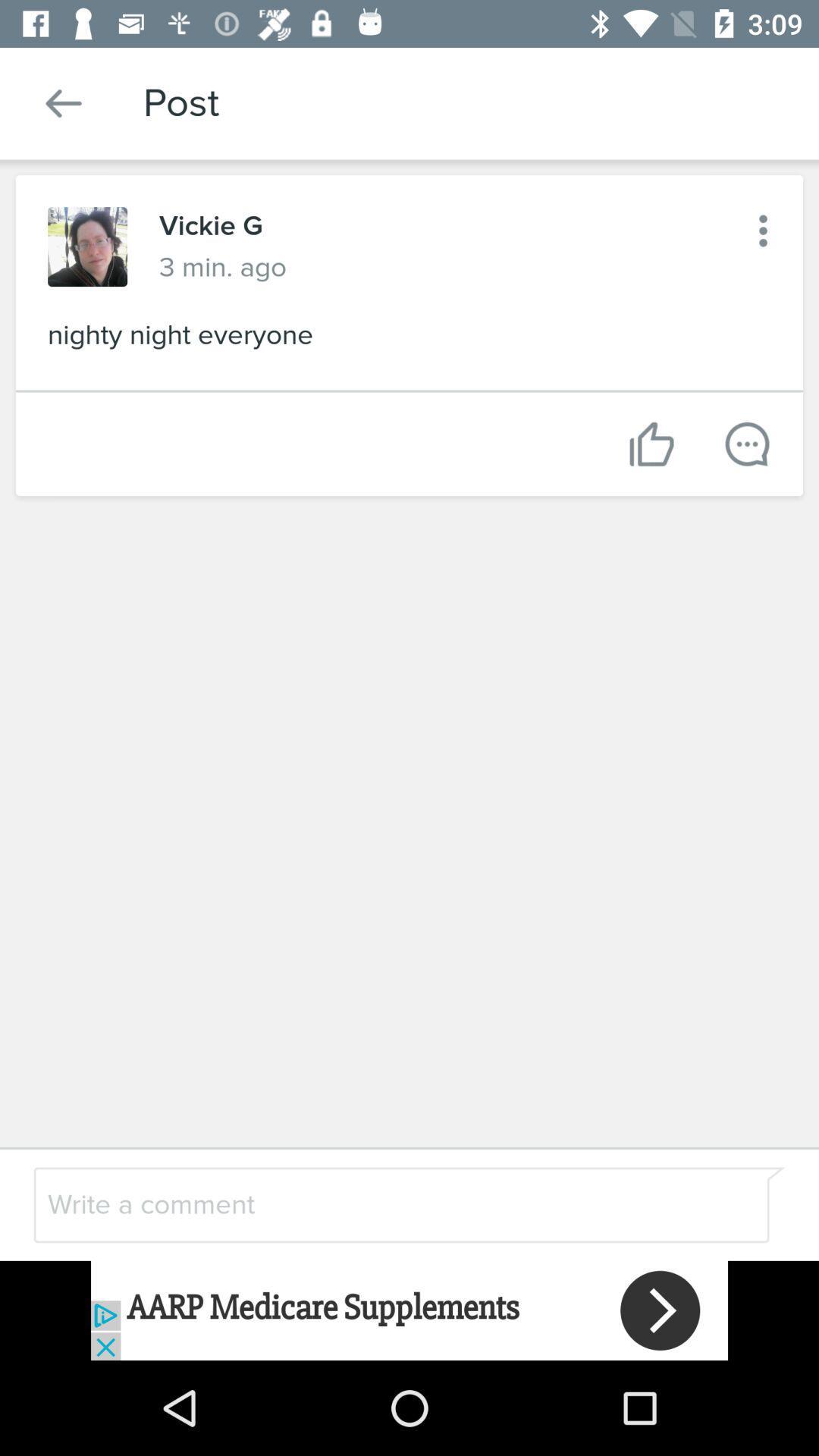 The image size is (819, 1456). What do you see at coordinates (87, 246) in the screenshot?
I see `profile photo` at bounding box center [87, 246].